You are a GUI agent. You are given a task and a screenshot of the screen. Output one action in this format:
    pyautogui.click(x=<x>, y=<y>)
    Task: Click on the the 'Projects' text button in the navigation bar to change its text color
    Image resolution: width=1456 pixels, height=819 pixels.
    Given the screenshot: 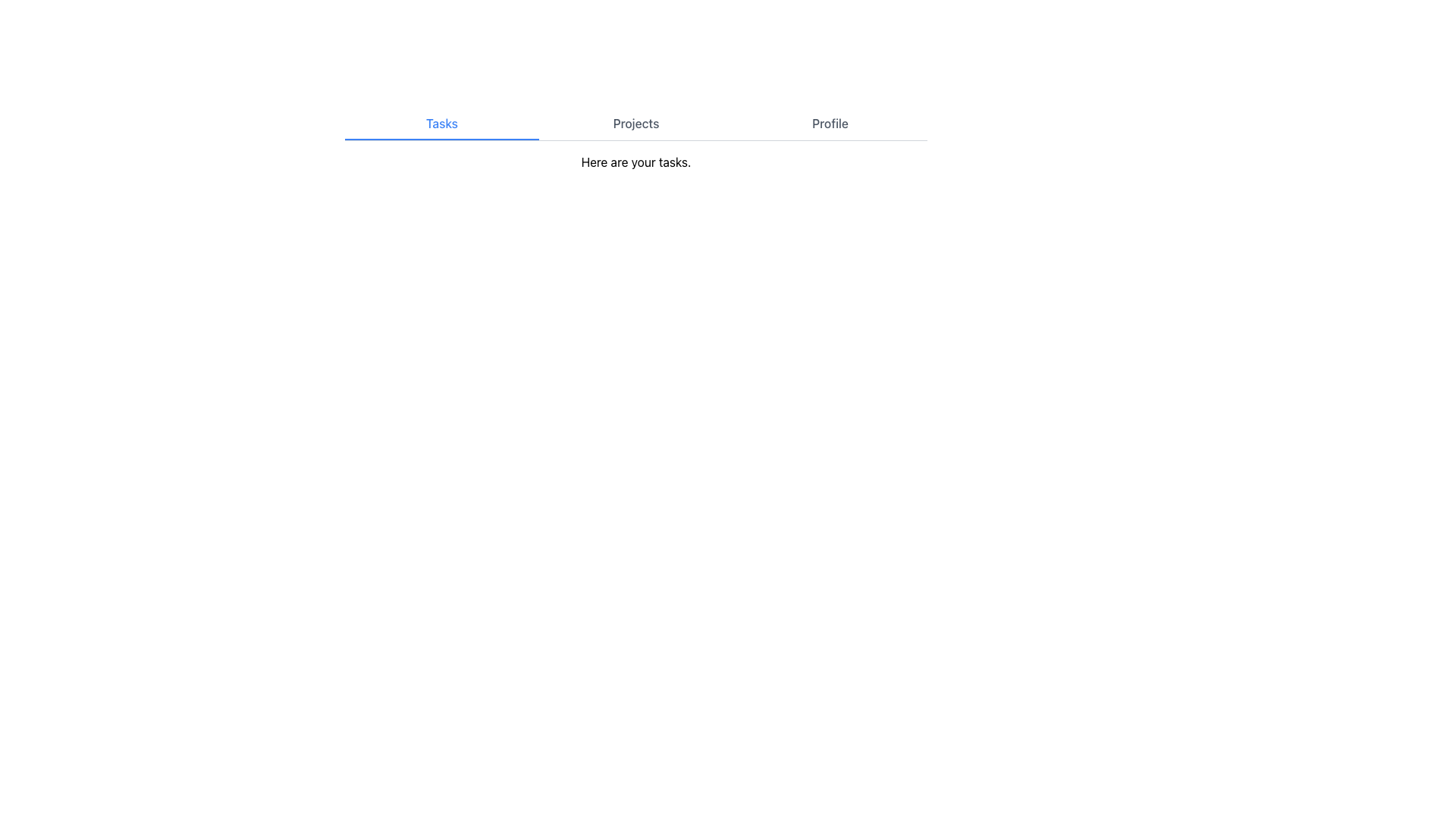 What is the action you would take?
    pyautogui.click(x=636, y=124)
    